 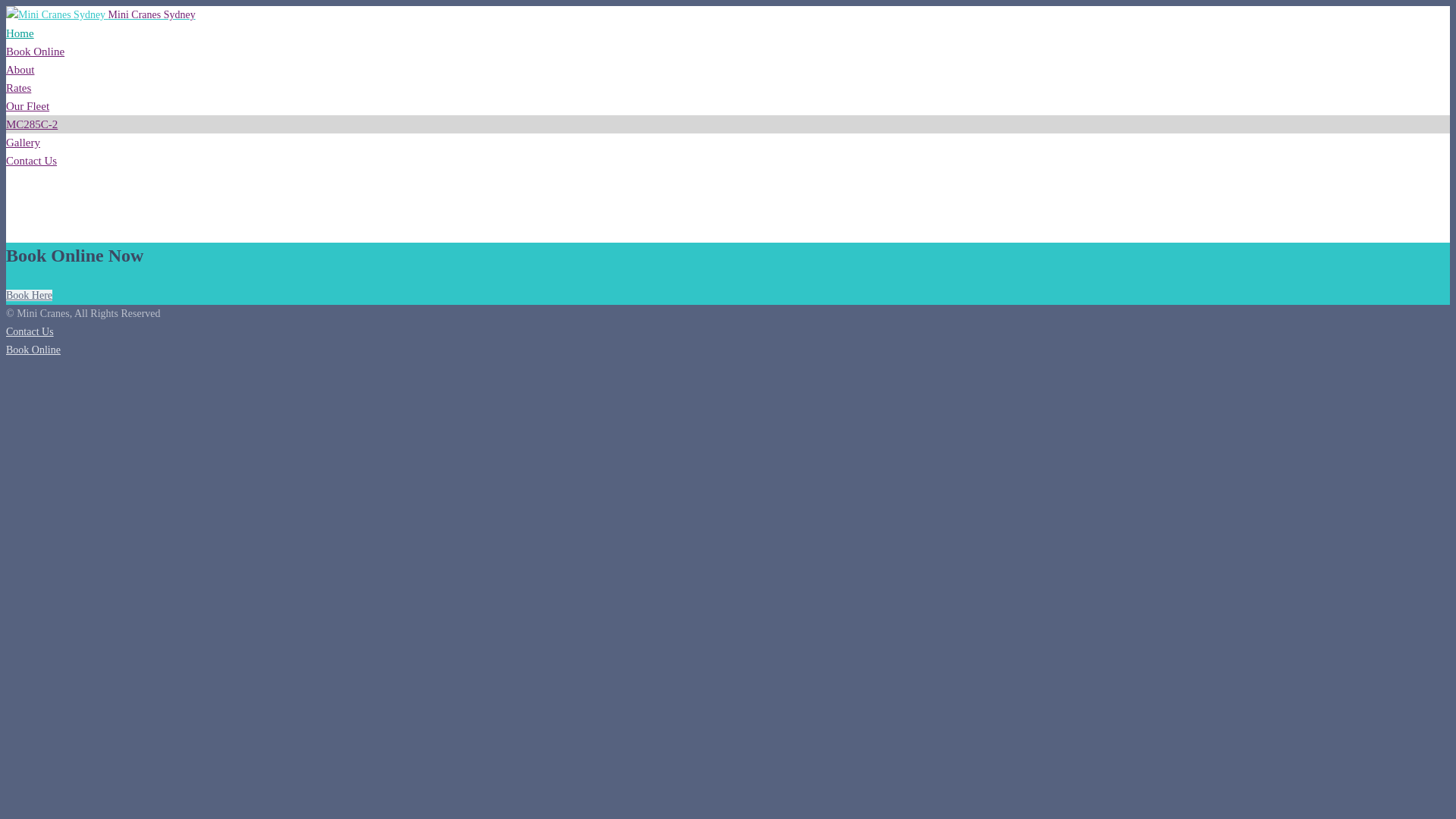 What do you see at coordinates (35, 51) in the screenshot?
I see `'Book Online'` at bounding box center [35, 51].